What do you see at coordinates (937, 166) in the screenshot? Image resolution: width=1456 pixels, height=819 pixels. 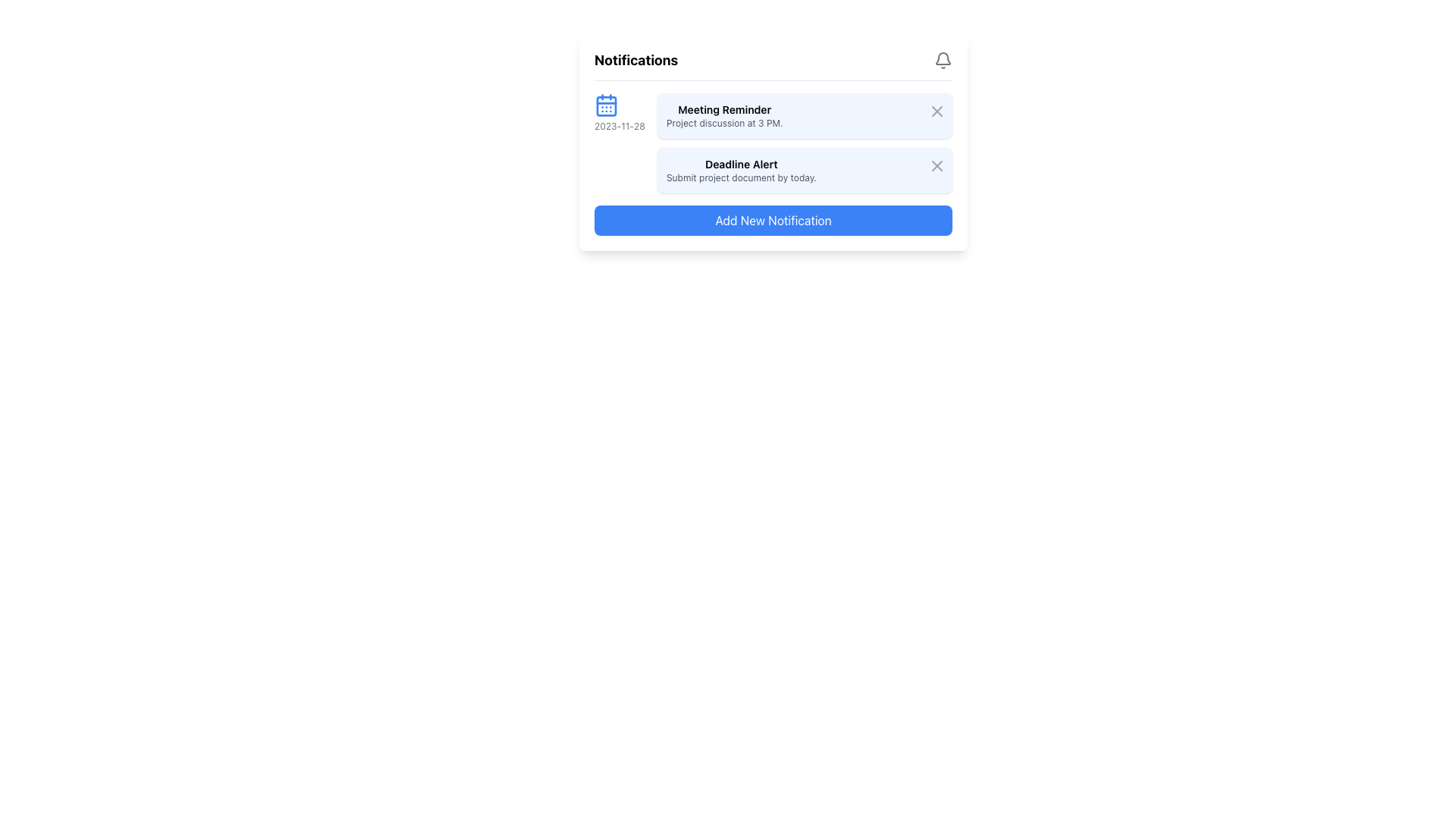 I see `the small 'X' icon button located in the second notification item titled 'Deadline Alert'` at bounding box center [937, 166].